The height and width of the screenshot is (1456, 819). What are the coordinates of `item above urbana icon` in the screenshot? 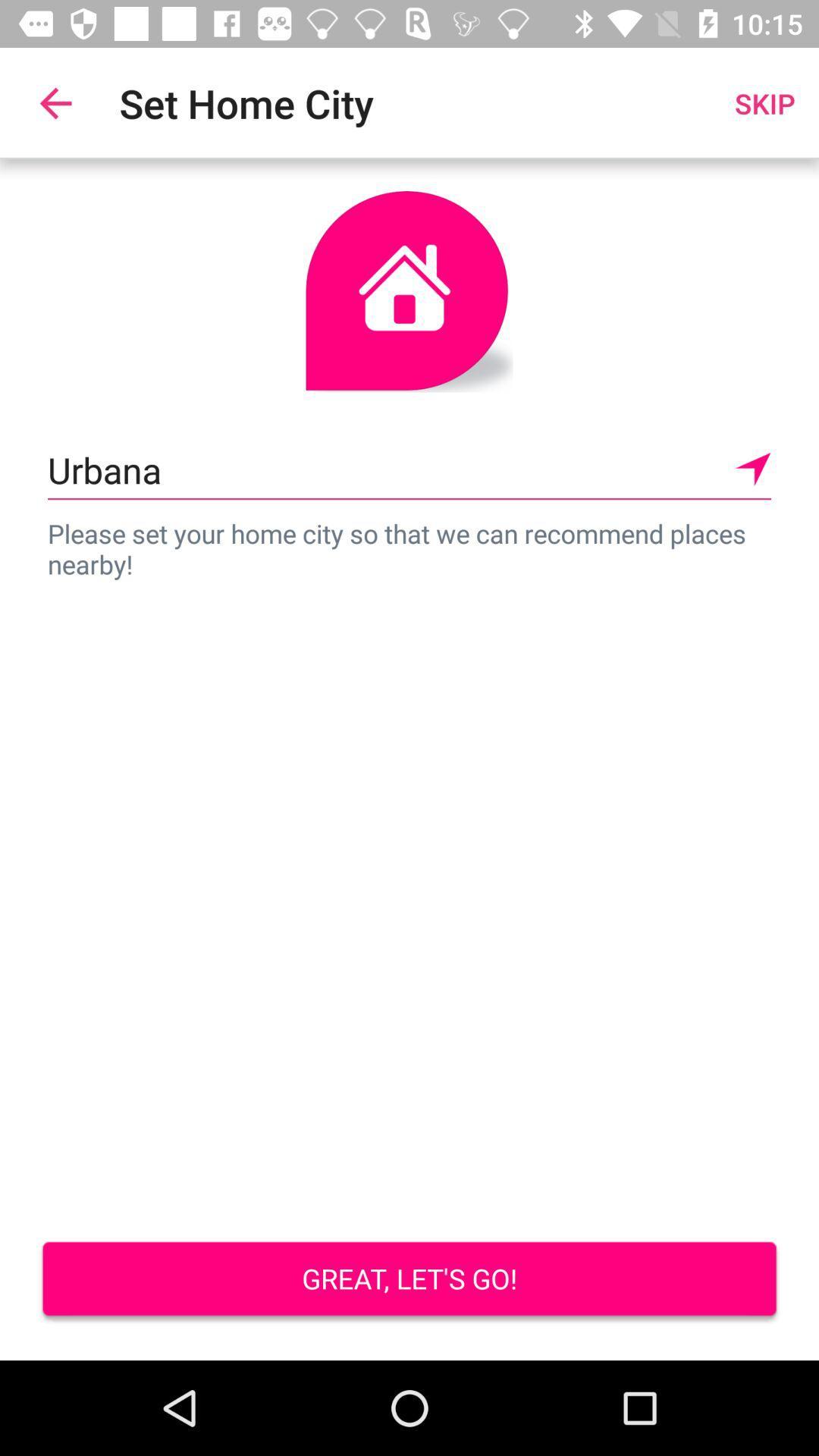 It's located at (55, 102).